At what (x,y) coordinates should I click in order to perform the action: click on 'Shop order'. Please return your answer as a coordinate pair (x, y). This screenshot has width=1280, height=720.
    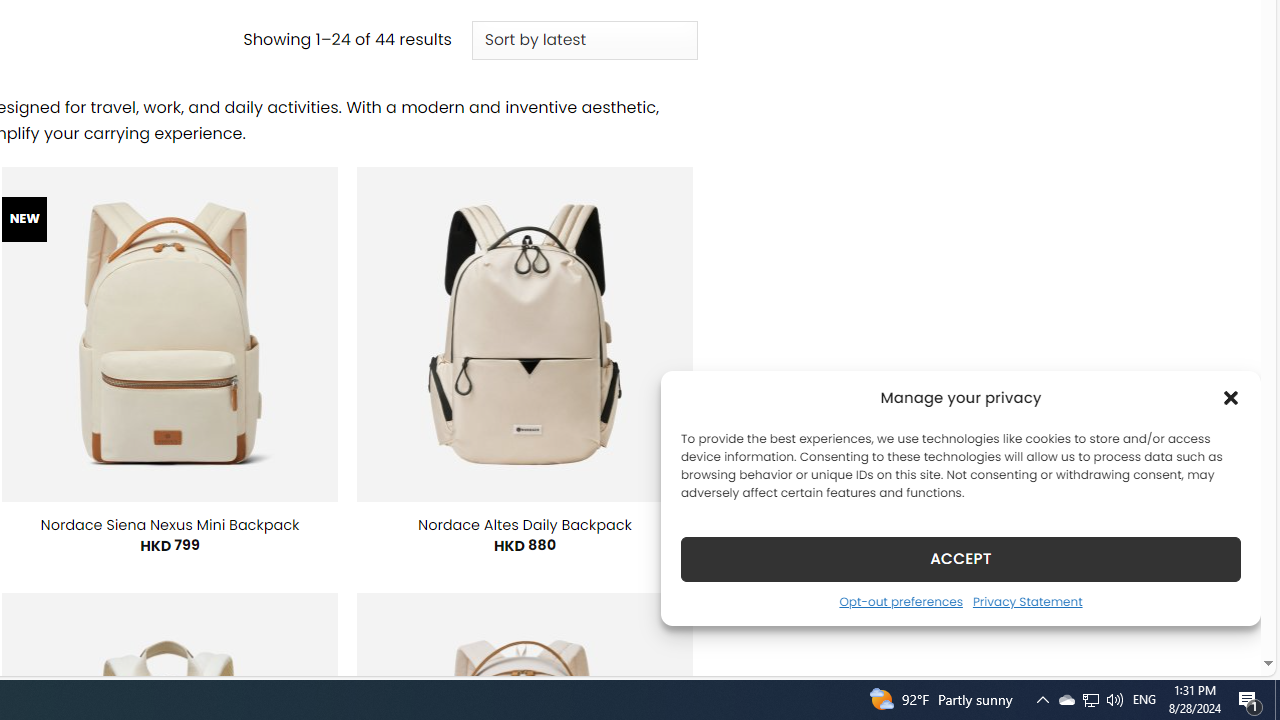
    Looking at the image, I should click on (583, 41).